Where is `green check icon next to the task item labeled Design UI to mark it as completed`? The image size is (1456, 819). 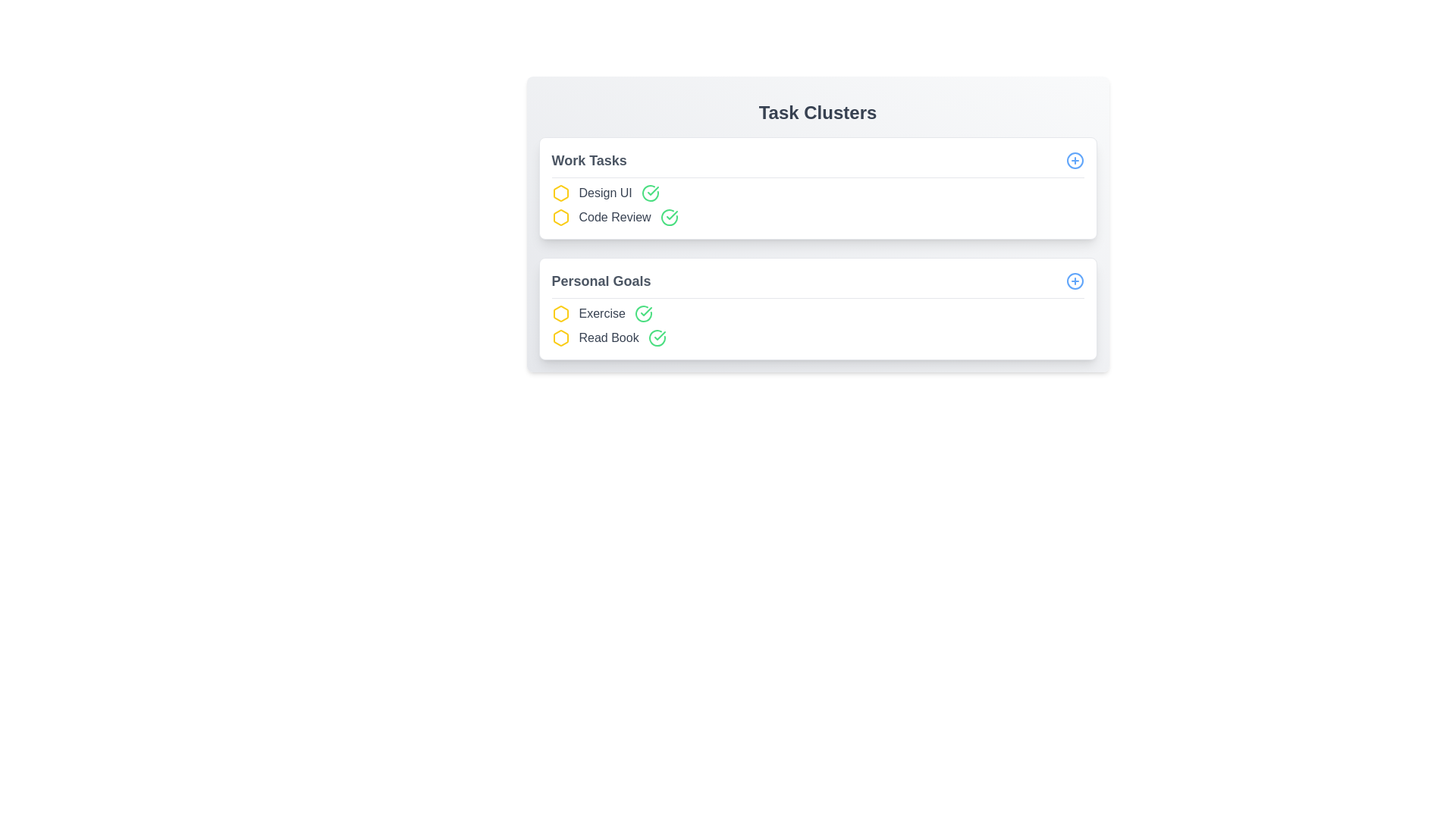
green check icon next to the task item labeled Design UI to mark it as completed is located at coordinates (650, 192).